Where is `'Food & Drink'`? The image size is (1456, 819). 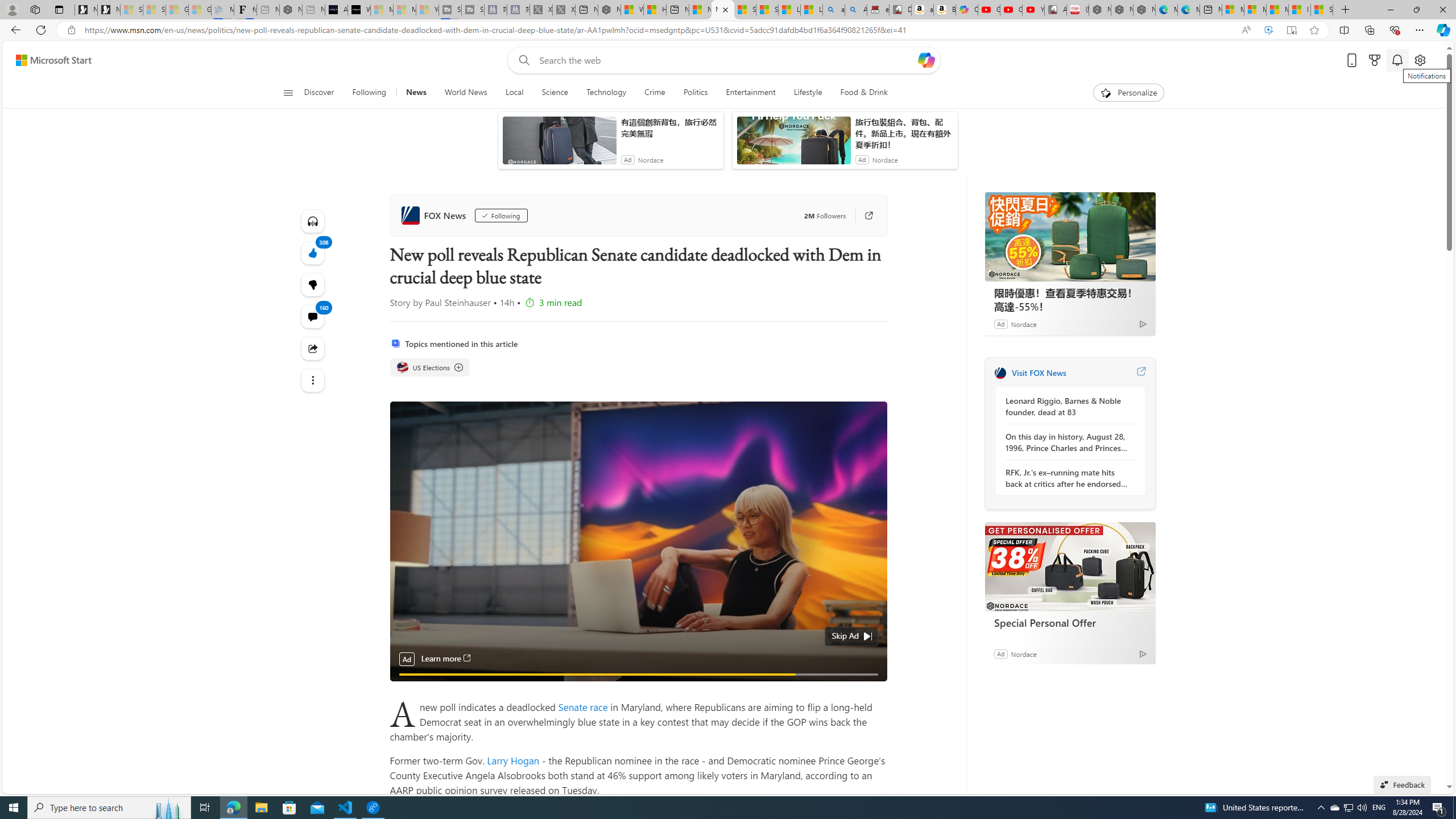
'Food & Drink' is located at coordinates (859, 92).